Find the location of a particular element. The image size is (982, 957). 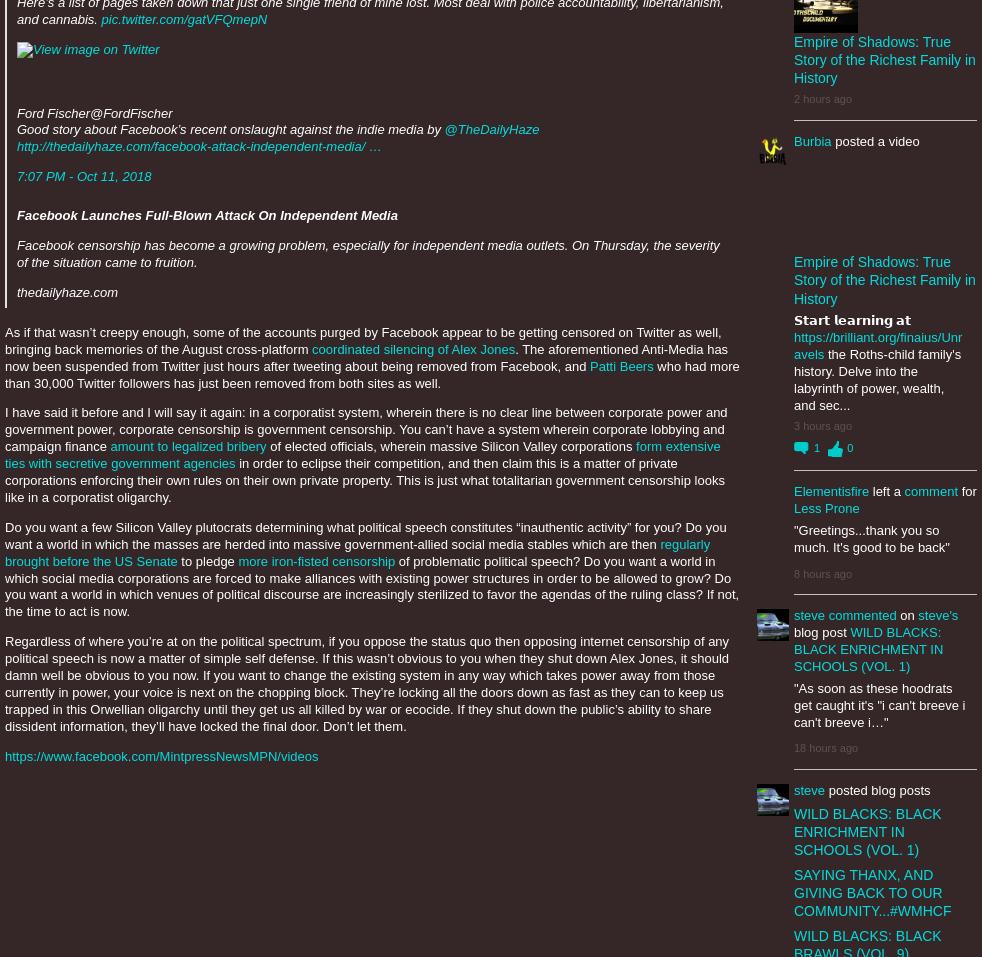

'Elementisfire' is located at coordinates (833, 491).